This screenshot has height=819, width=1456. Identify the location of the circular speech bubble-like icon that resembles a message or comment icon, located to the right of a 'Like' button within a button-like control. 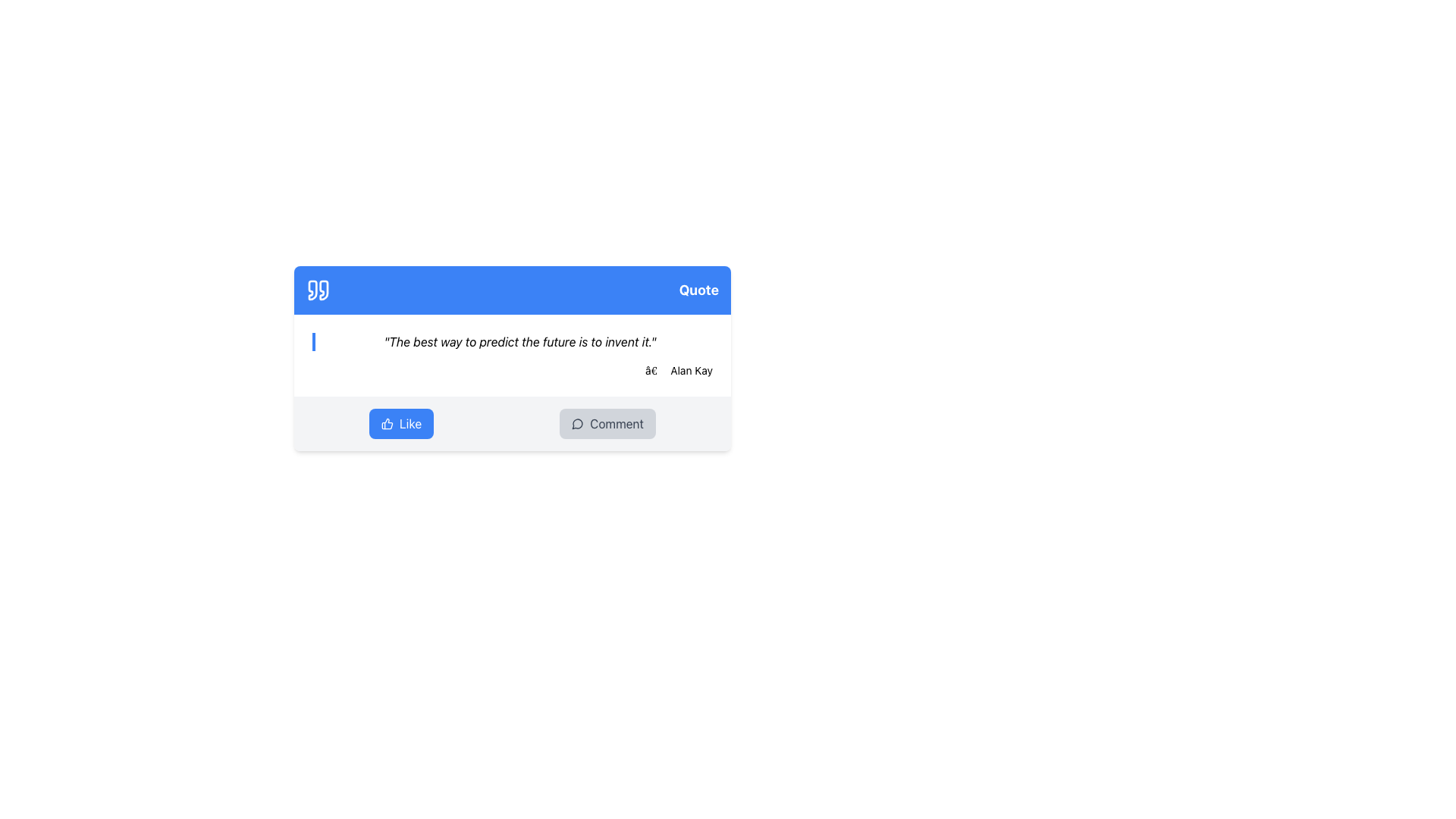
(576, 424).